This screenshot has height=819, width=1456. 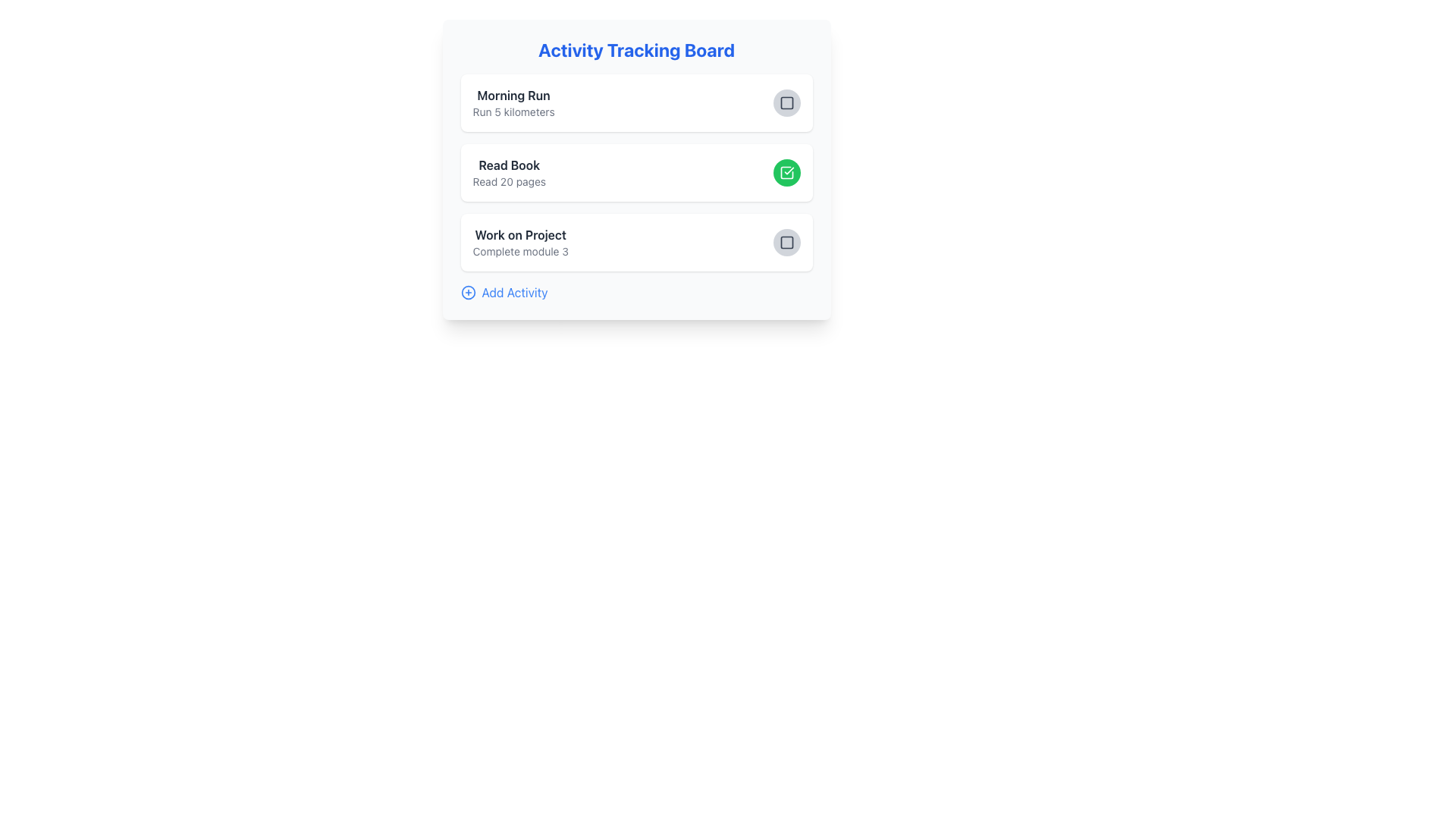 I want to click on the static text element that reads 'Run 5 kilometers', which is styled in gray and located directly below the bold title 'Morning Run', so click(x=513, y=111).